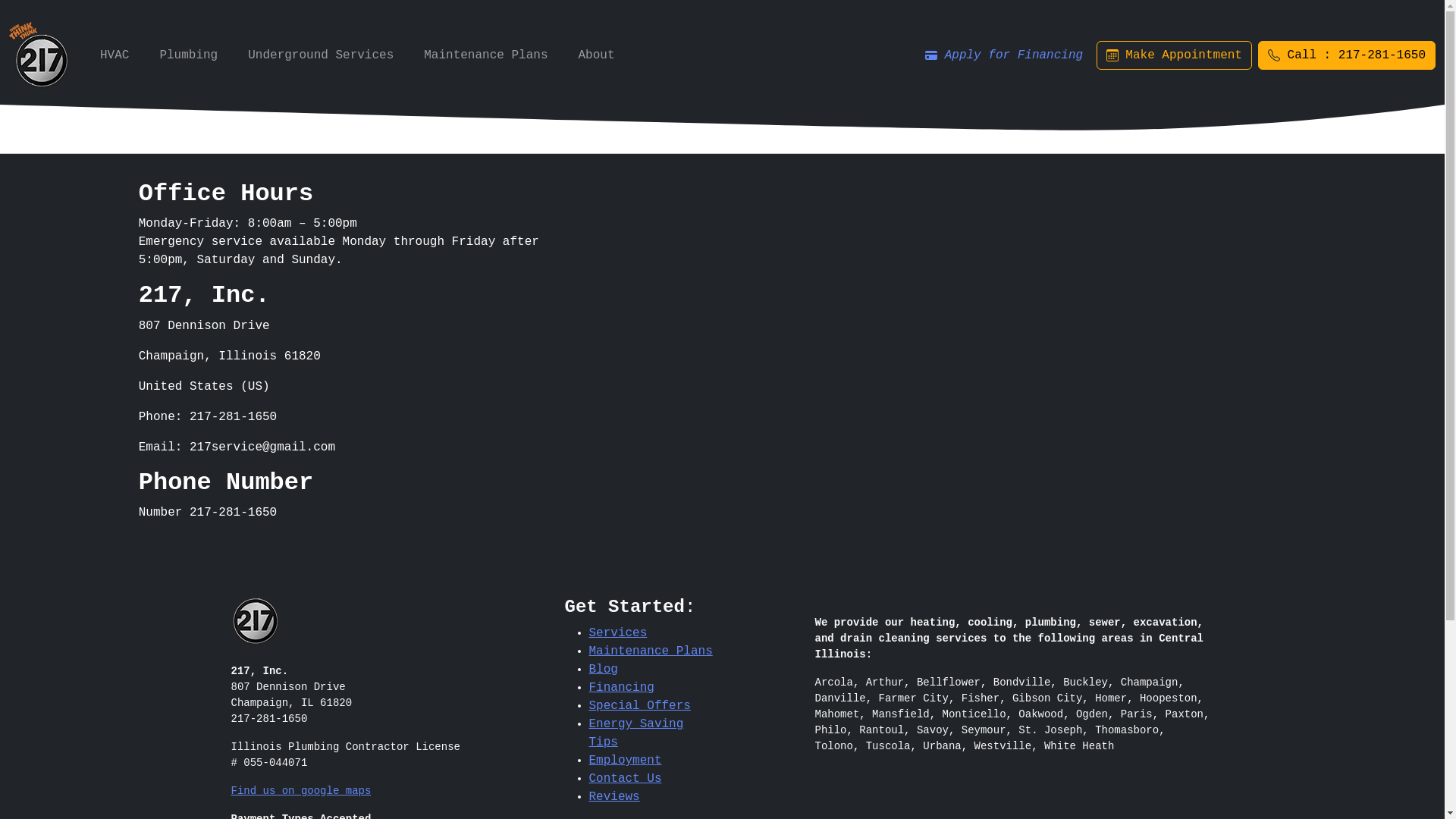 The width and height of the screenshot is (1456, 819). Describe the element at coordinates (595, 55) in the screenshot. I see `'About'` at that location.